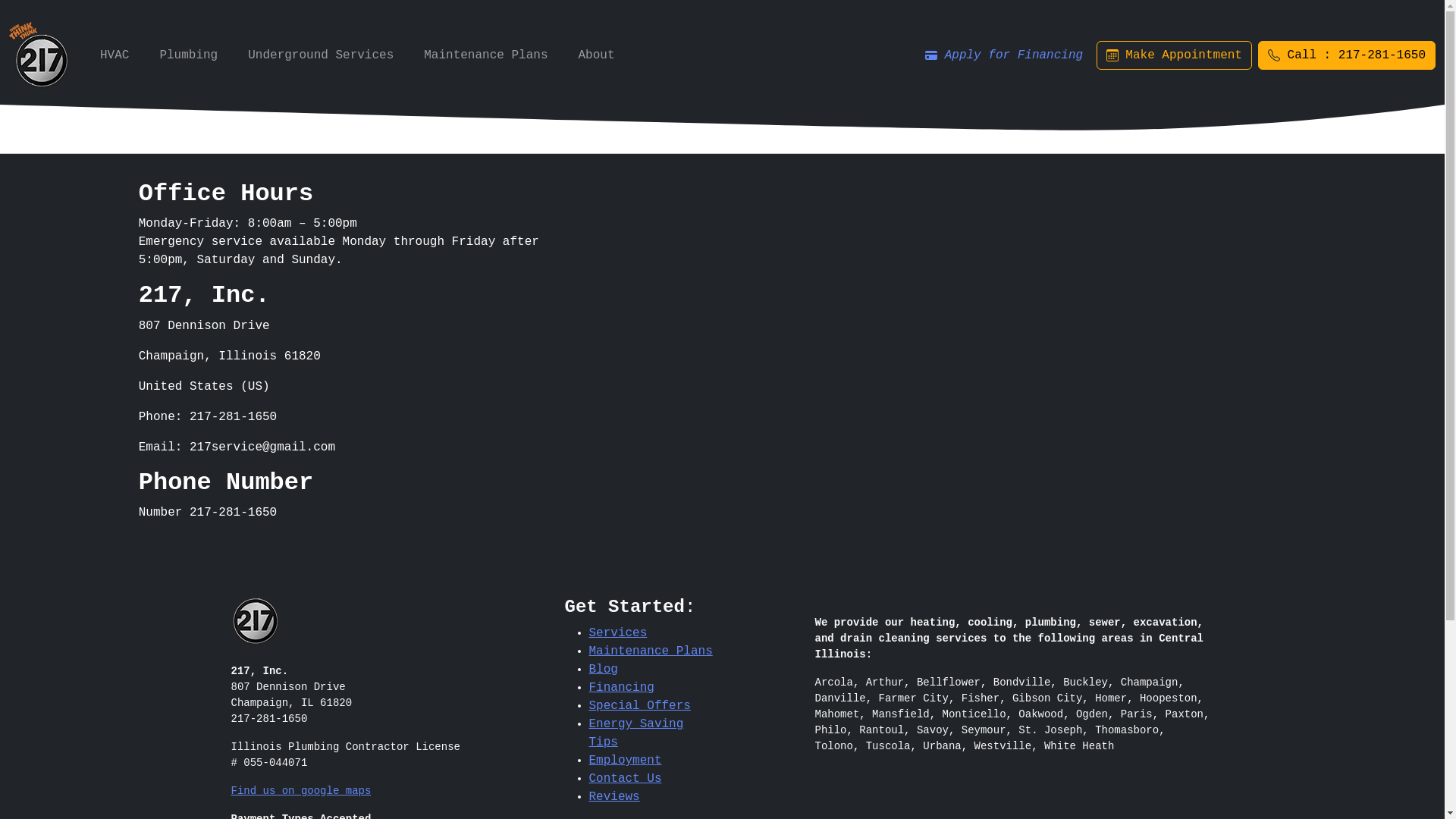 The width and height of the screenshot is (1456, 819). Describe the element at coordinates (595, 55) in the screenshot. I see `'About'` at that location.